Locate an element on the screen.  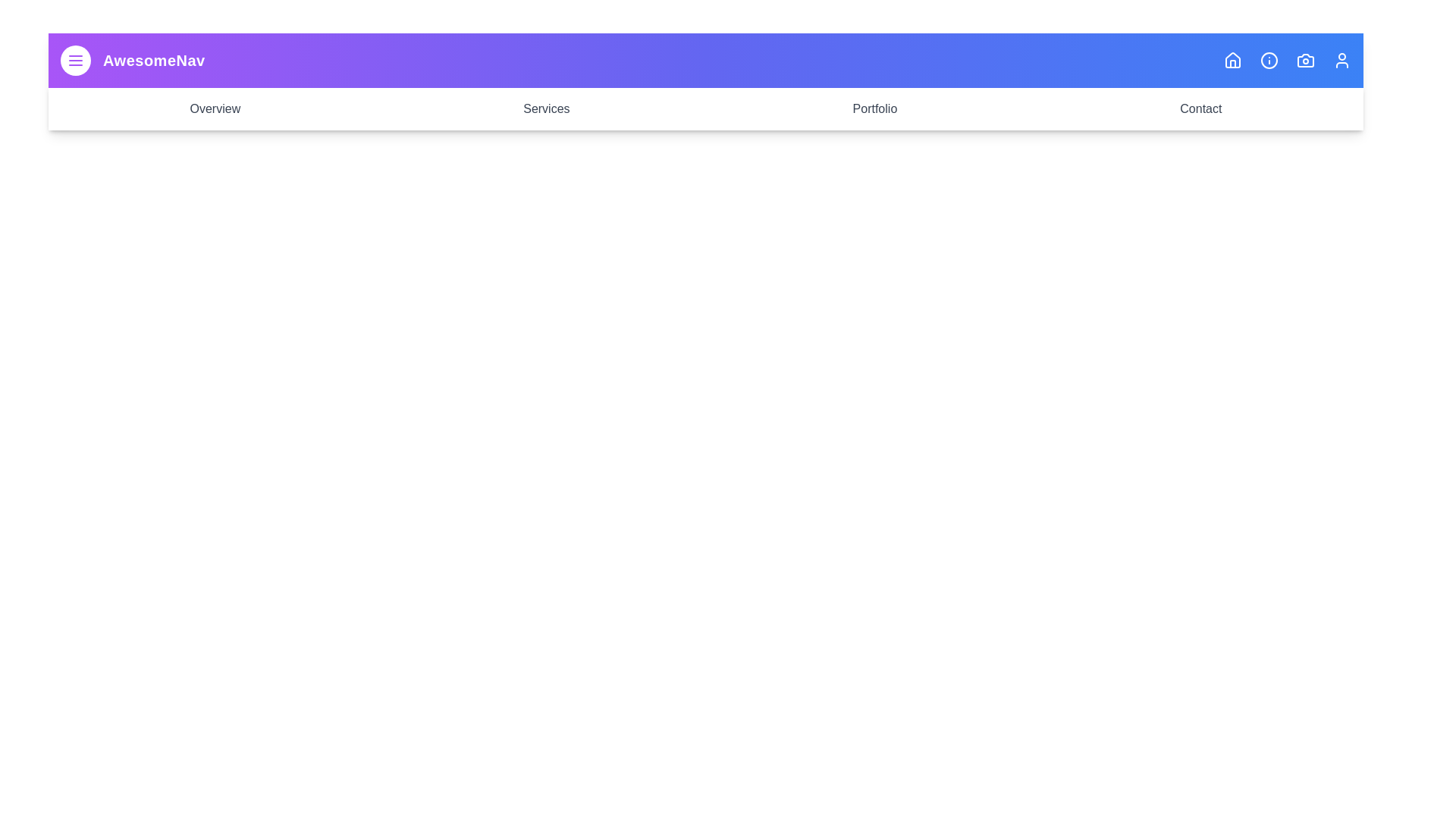
the Info icon in the app bar is located at coordinates (1269, 60).